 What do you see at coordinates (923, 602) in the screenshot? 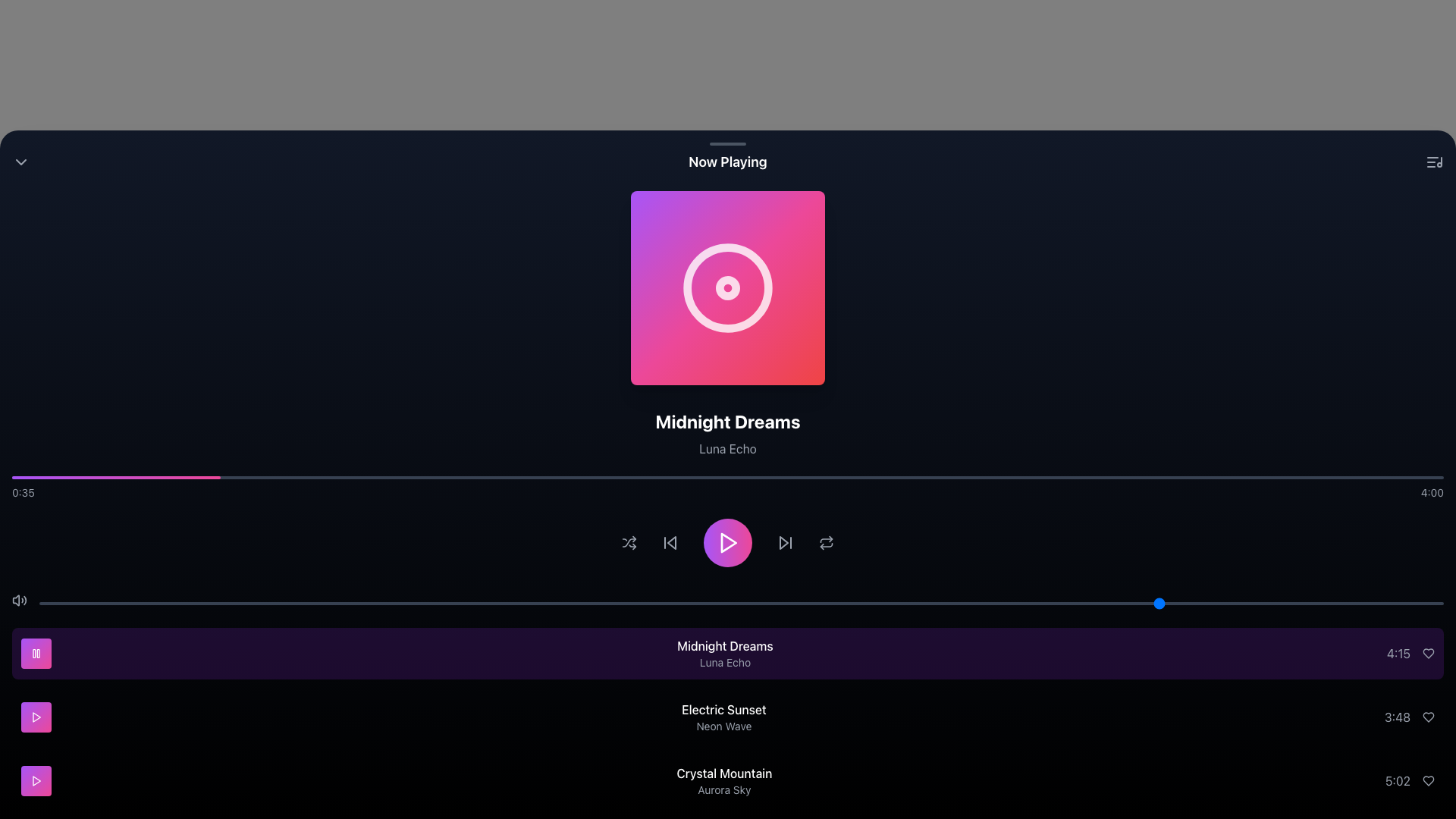
I see `the slider value` at bounding box center [923, 602].